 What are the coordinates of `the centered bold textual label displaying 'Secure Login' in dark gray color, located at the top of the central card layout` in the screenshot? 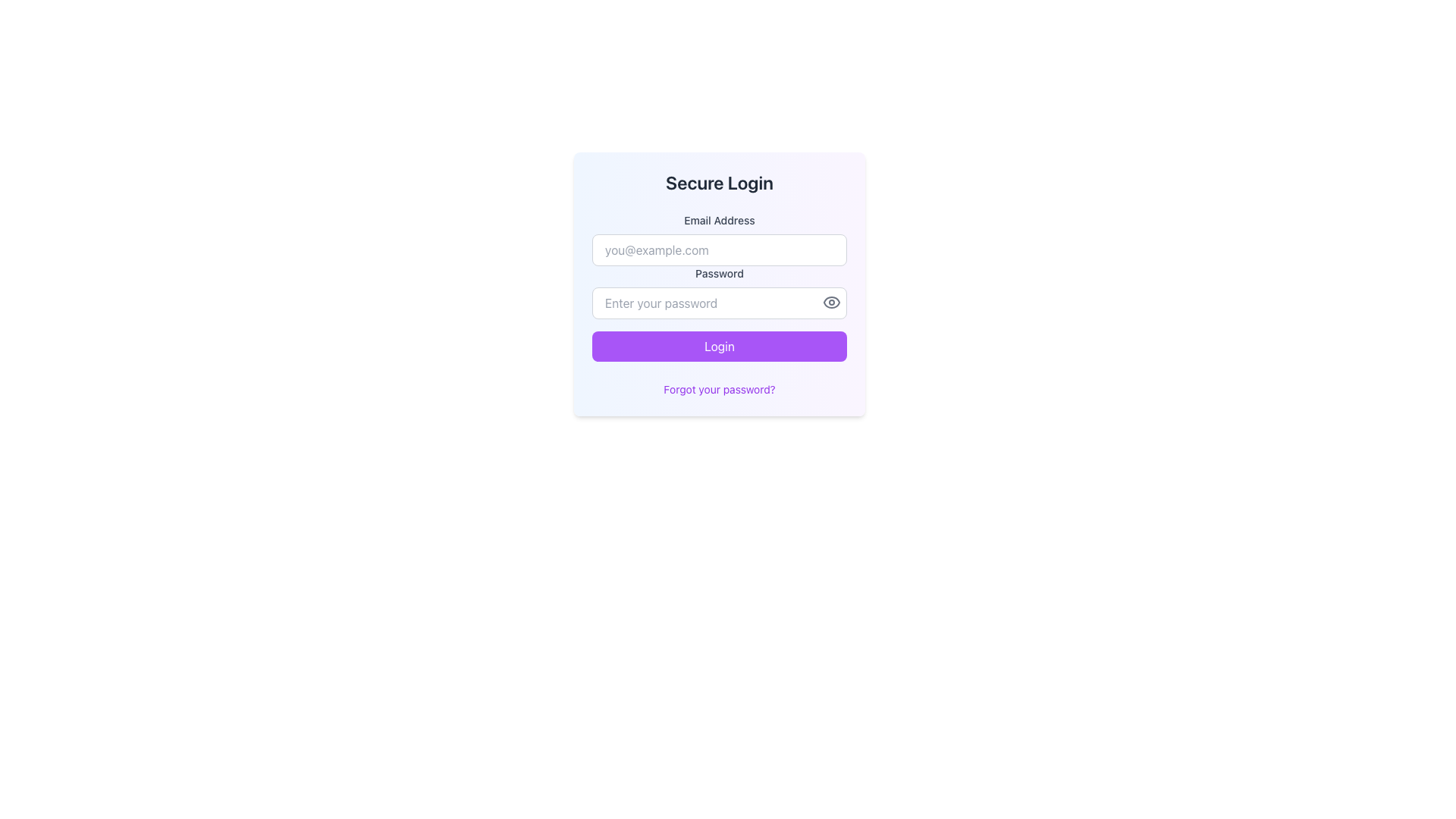 It's located at (719, 181).